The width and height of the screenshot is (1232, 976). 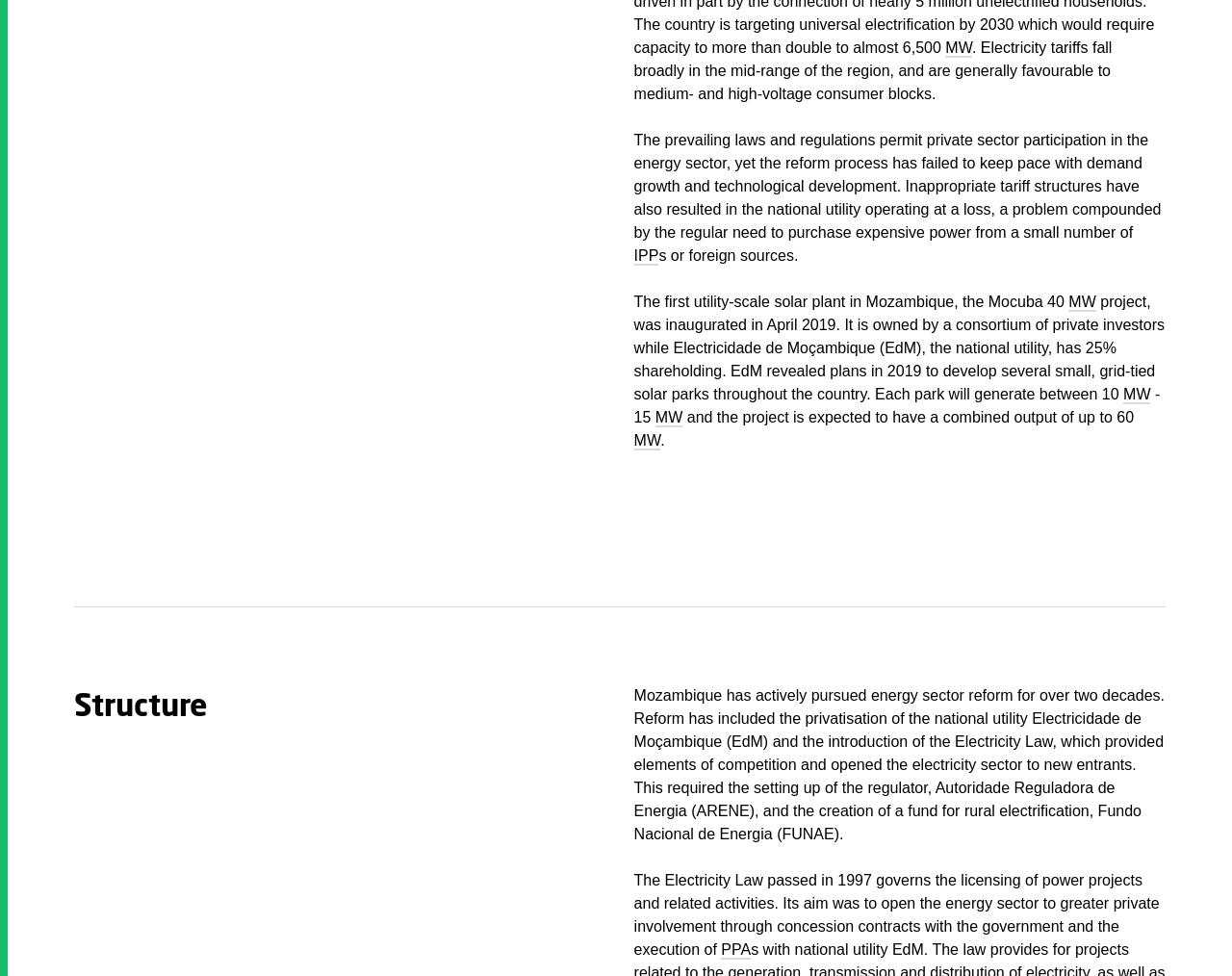 I want to click on 'project, was inaugurated in April 2019. It is owned by a consortium of private investors while Electricidade de Moçambique (EdM), the national utility, has 25% shareholding. EdM revealed plans in 2019 to develop several small, grid-tied solar parks throughout the country. Each park will generate between 10', so click(x=898, y=347).